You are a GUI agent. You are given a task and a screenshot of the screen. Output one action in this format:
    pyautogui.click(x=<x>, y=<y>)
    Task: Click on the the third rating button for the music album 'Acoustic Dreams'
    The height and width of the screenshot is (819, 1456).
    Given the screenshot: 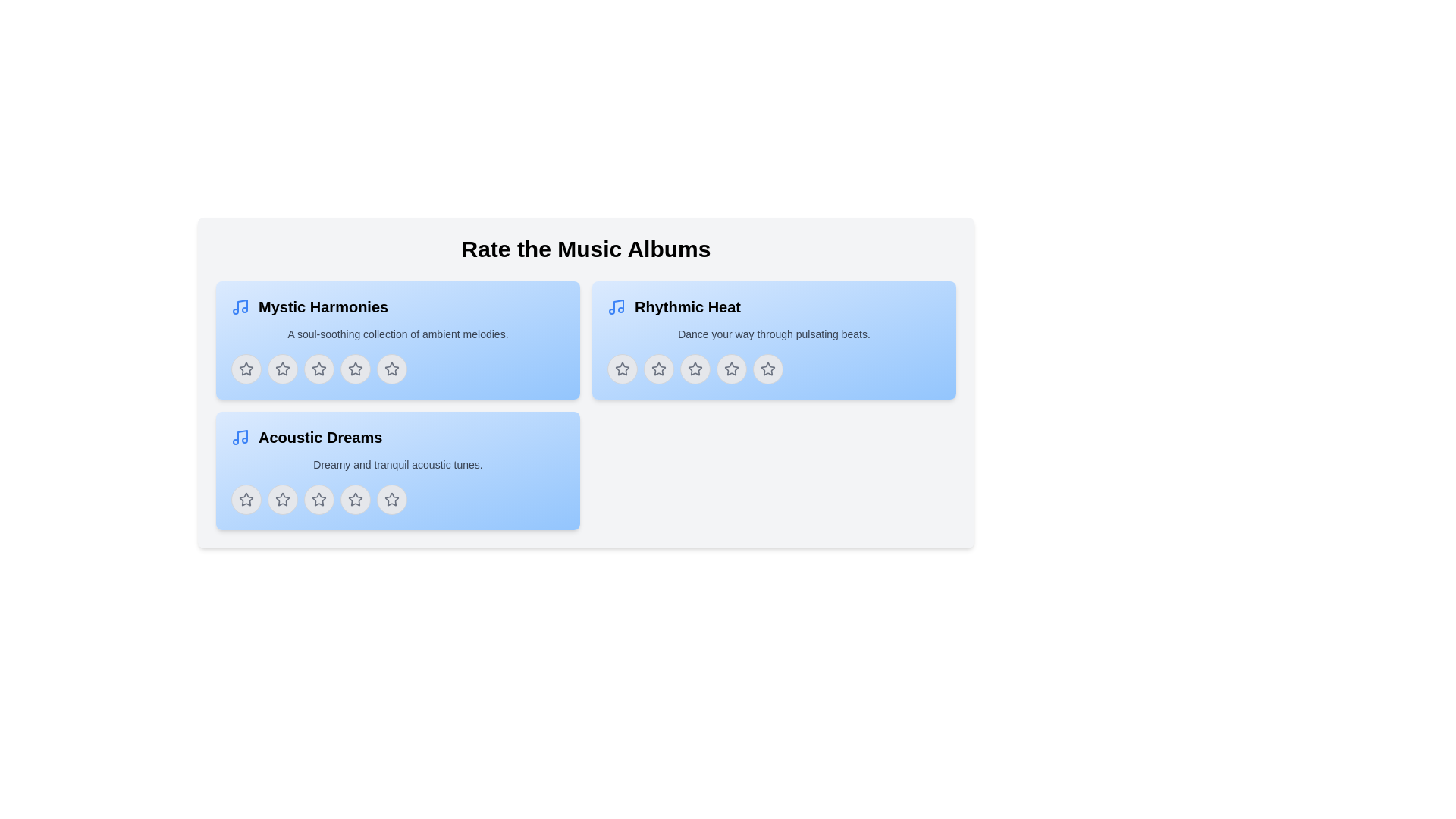 What is the action you would take?
    pyautogui.click(x=318, y=500)
    